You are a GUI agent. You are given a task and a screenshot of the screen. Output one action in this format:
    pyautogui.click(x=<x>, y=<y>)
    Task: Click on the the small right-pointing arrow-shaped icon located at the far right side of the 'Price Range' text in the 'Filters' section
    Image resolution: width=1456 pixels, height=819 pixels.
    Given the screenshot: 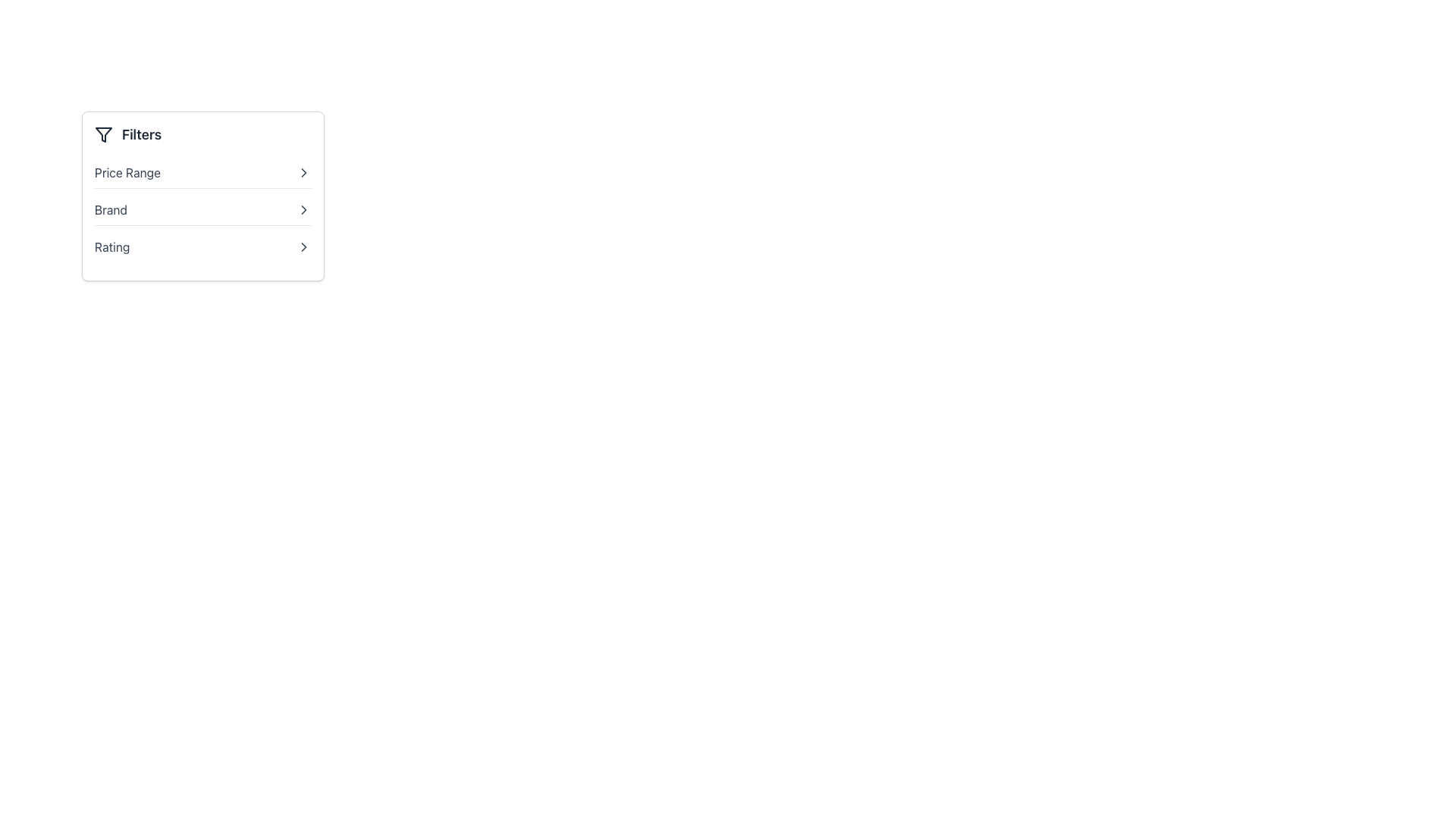 What is the action you would take?
    pyautogui.click(x=303, y=171)
    